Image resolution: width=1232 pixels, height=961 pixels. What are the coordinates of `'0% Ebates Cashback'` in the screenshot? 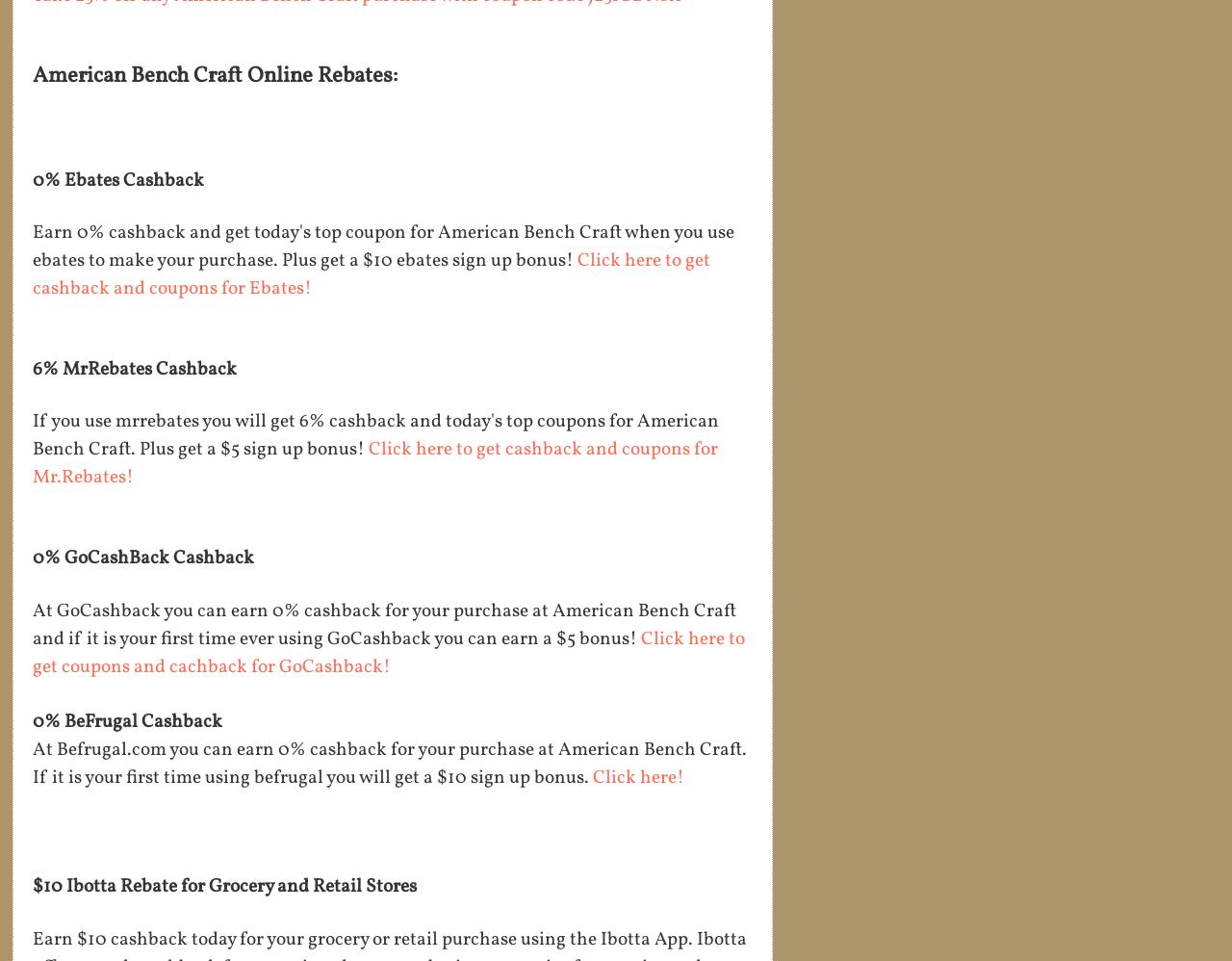 It's located at (117, 179).